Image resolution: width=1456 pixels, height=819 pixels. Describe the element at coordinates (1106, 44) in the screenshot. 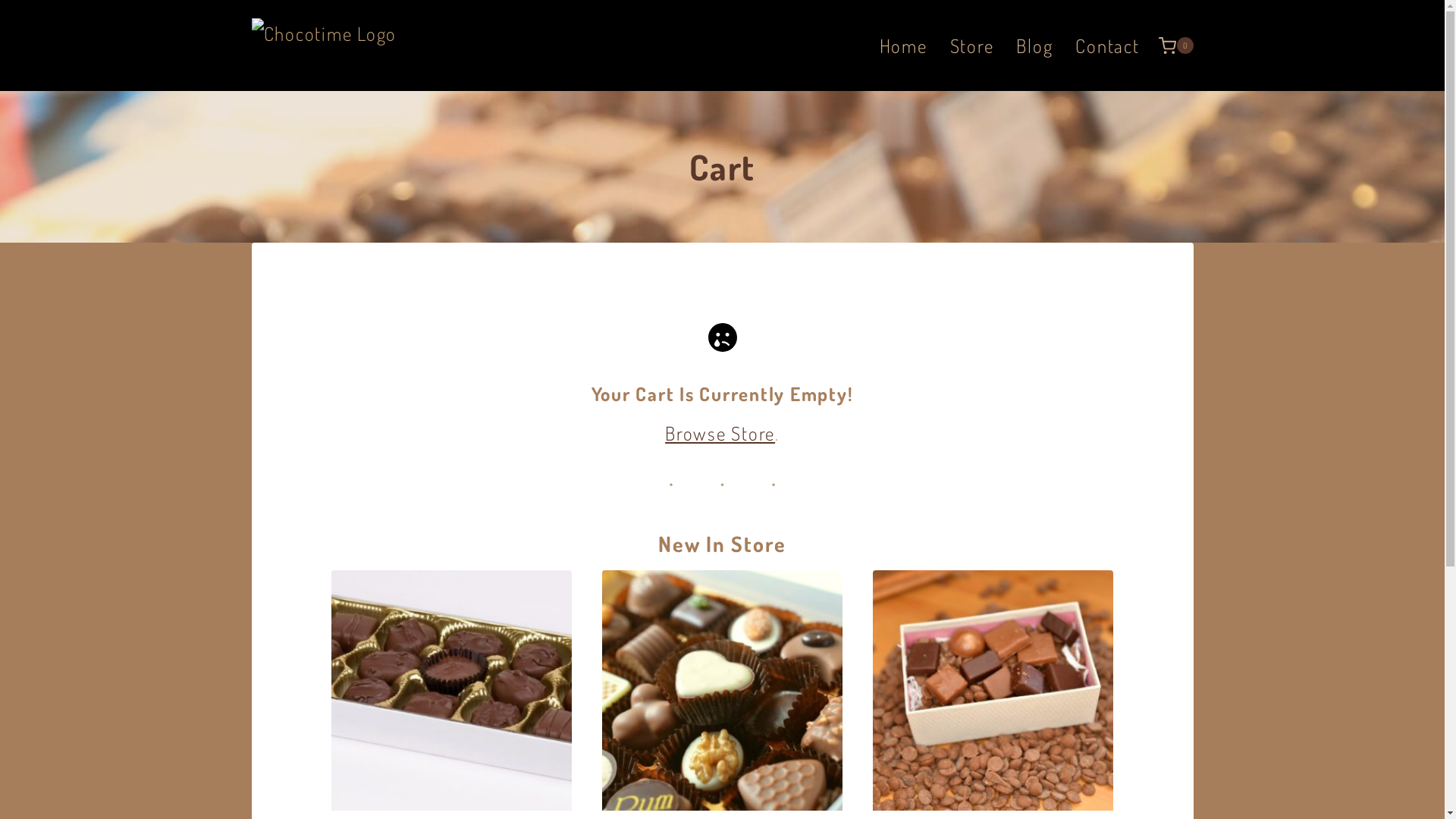

I see `'Contact'` at that location.